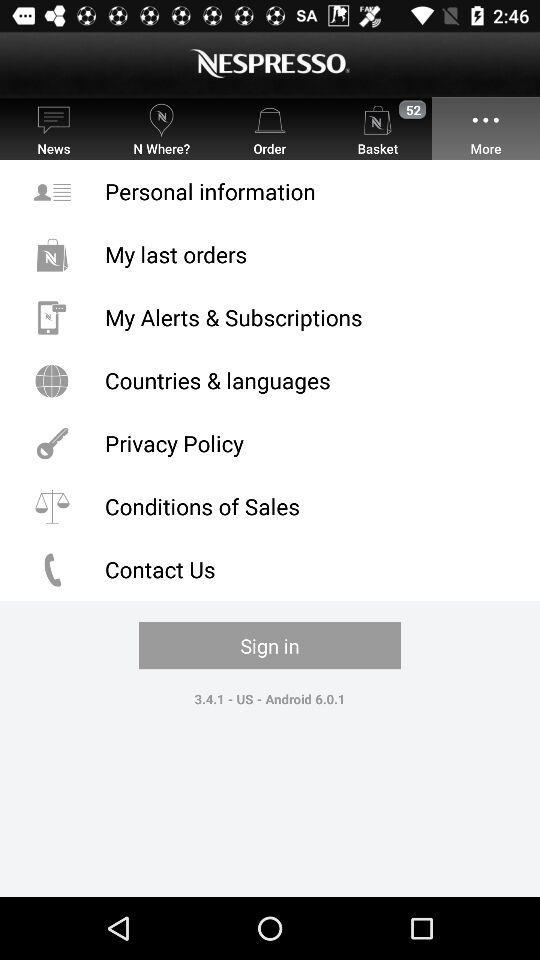 The width and height of the screenshot is (540, 960). What do you see at coordinates (270, 505) in the screenshot?
I see `item below privacy policy` at bounding box center [270, 505].